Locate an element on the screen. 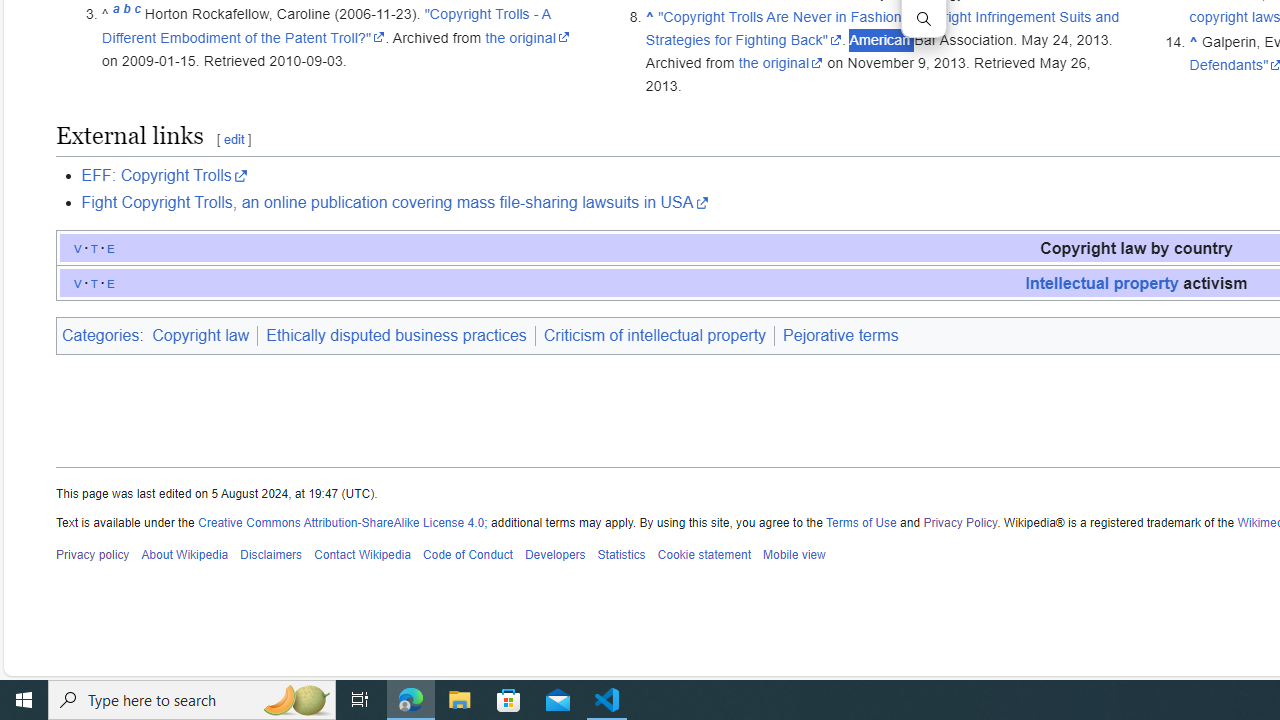  'Privacy Policy' is located at coordinates (960, 521).